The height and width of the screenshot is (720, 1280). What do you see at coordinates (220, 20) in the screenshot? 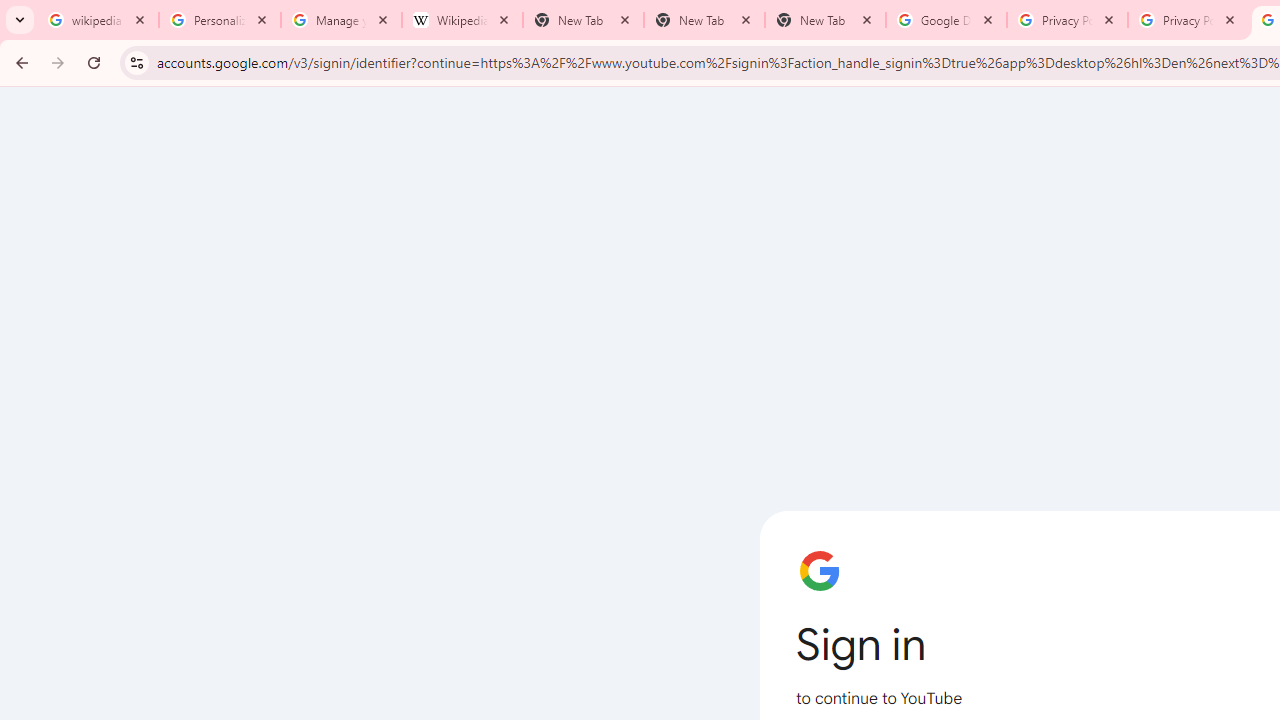
I see `'Personalization & Google Search results - Google Search Help'` at bounding box center [220, 20].